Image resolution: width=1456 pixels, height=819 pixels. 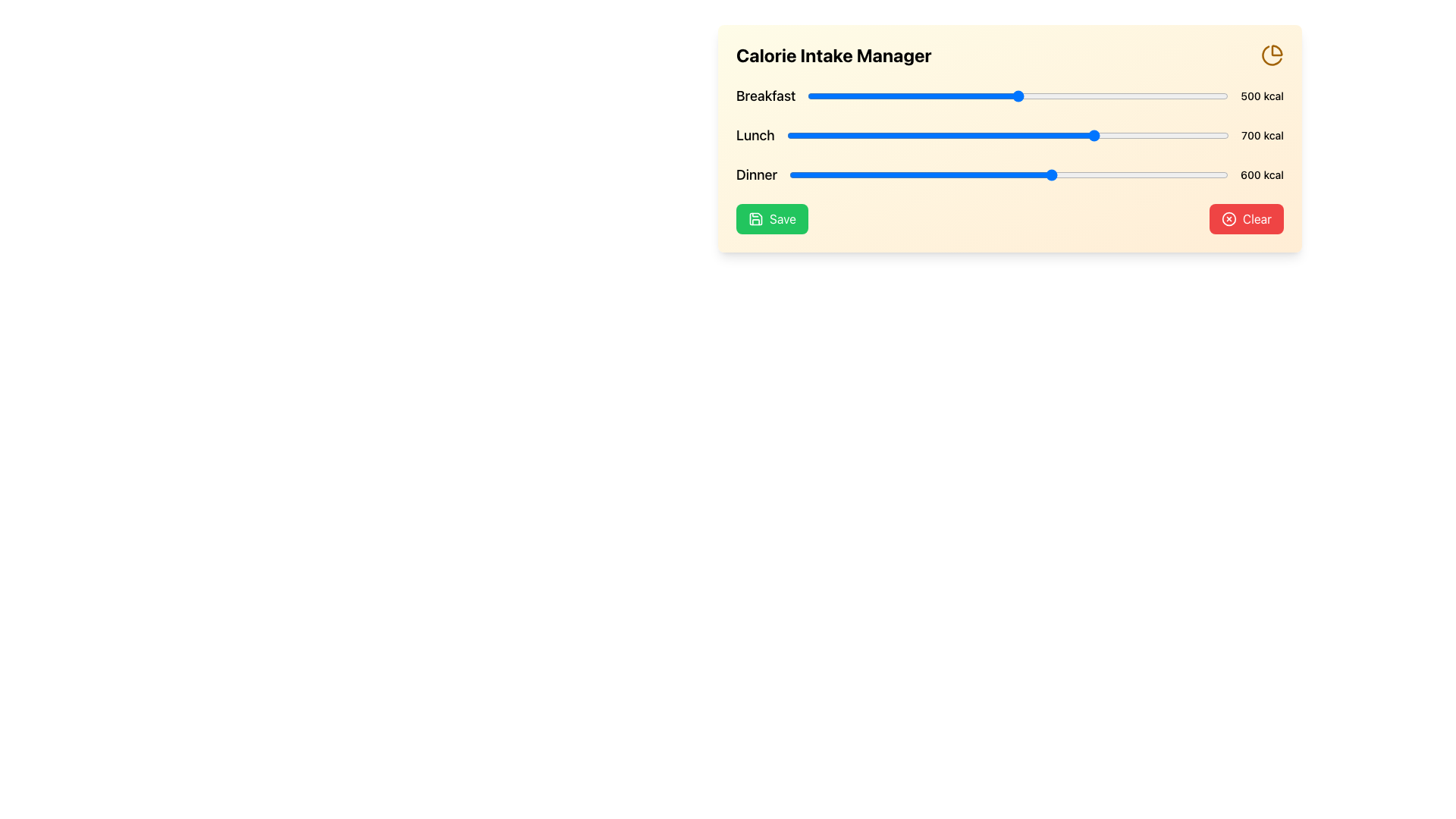 What do you see at coordinates (1056, 134) in the screenshot?
I see `the lunch kcal value` at bounding box center [1056, 134].